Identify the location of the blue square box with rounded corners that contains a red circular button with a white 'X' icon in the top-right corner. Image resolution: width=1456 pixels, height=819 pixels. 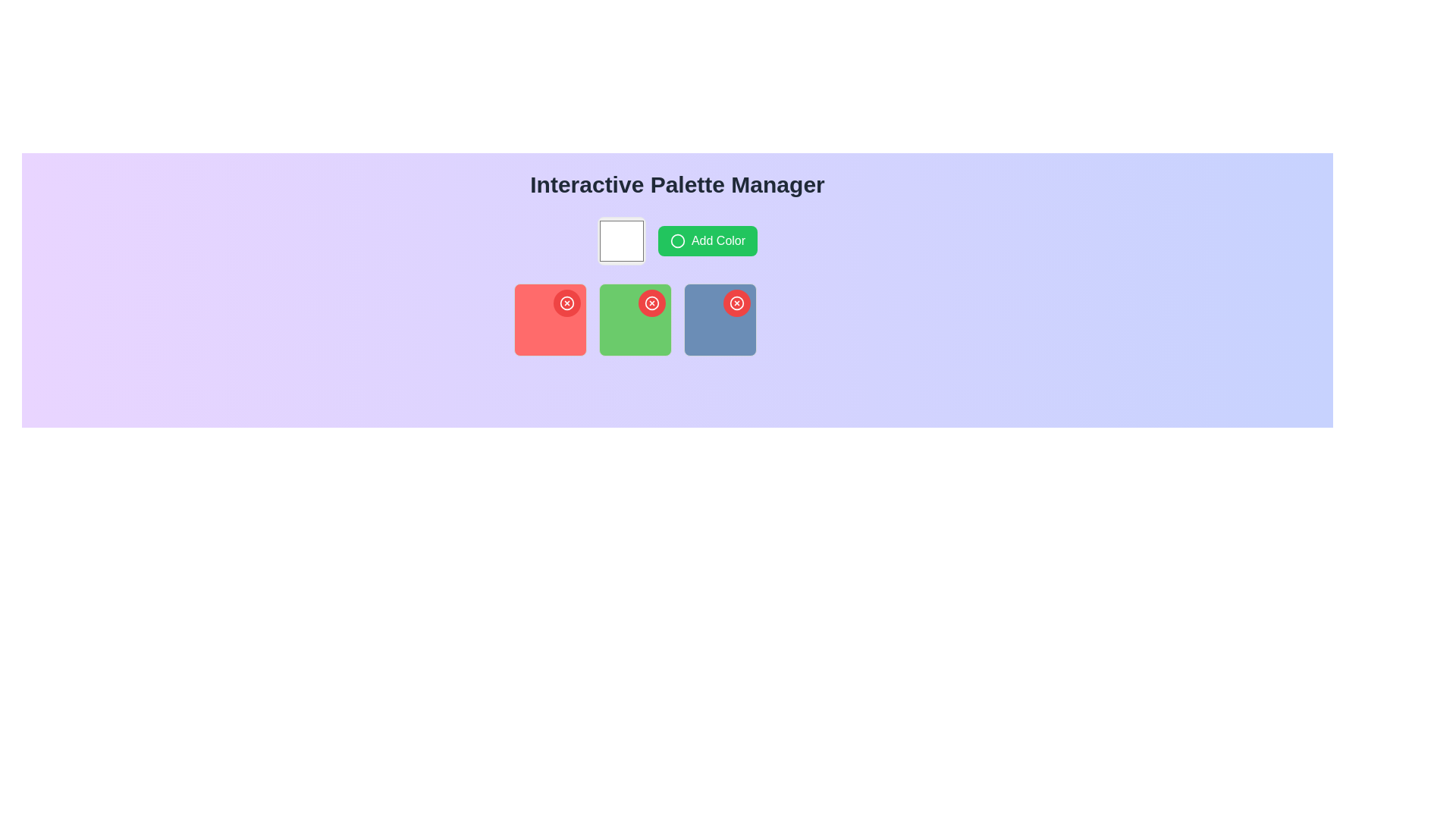
(719, 318).